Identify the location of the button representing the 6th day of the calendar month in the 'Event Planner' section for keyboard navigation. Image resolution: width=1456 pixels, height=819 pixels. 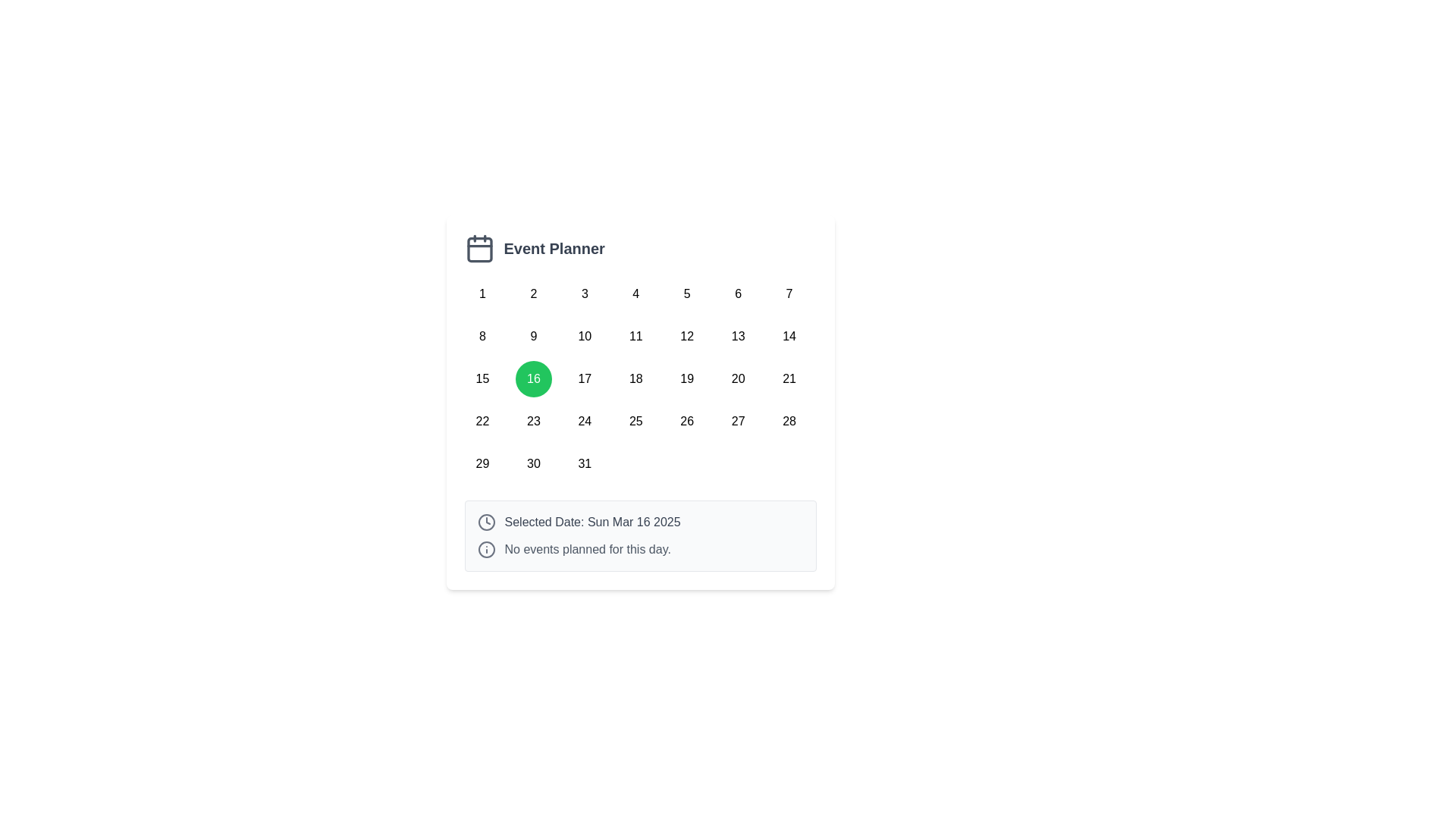
(738, 294).